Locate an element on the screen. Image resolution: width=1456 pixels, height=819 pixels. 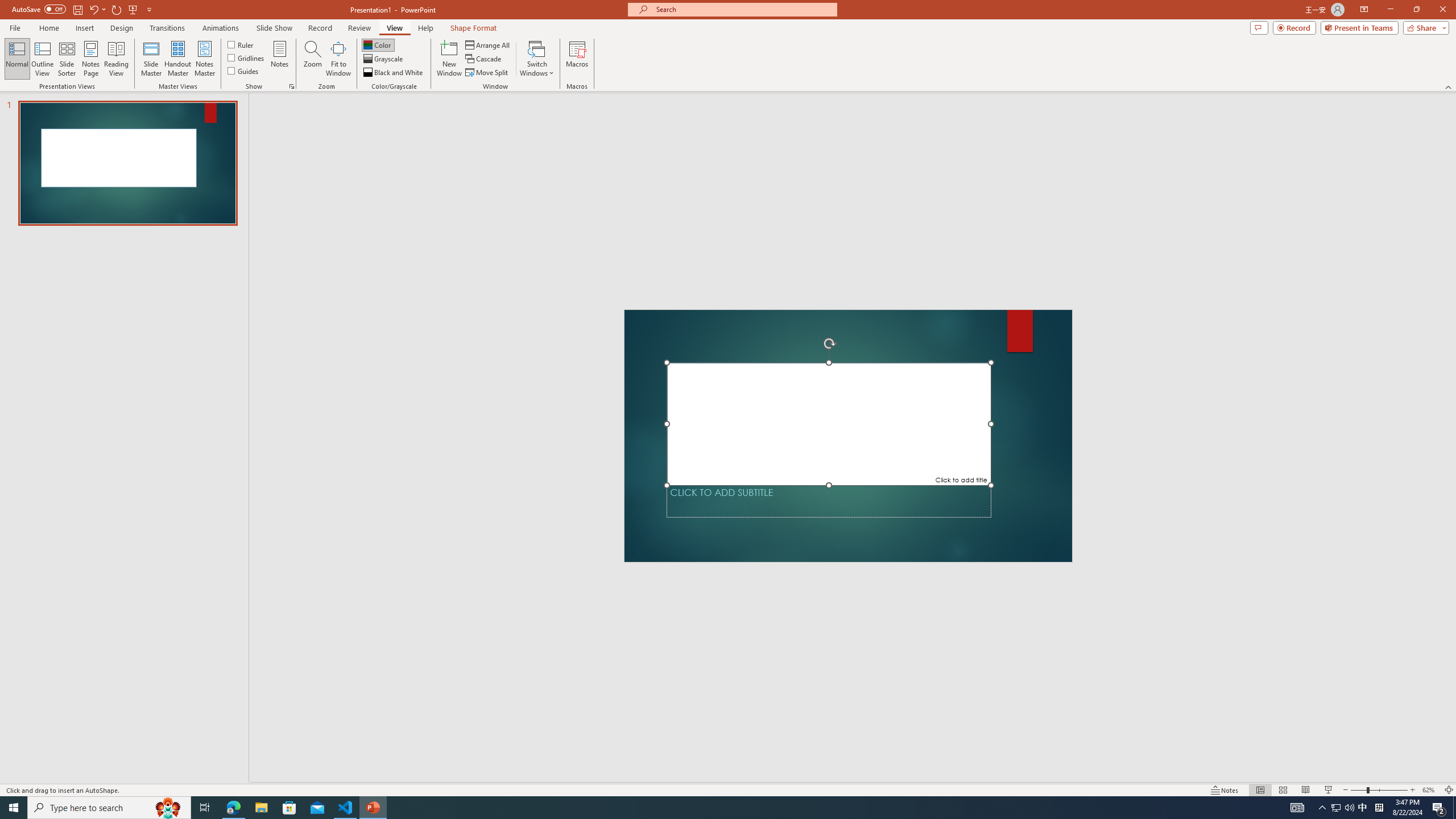
'Move Split' is located at coordinates (487, 72).